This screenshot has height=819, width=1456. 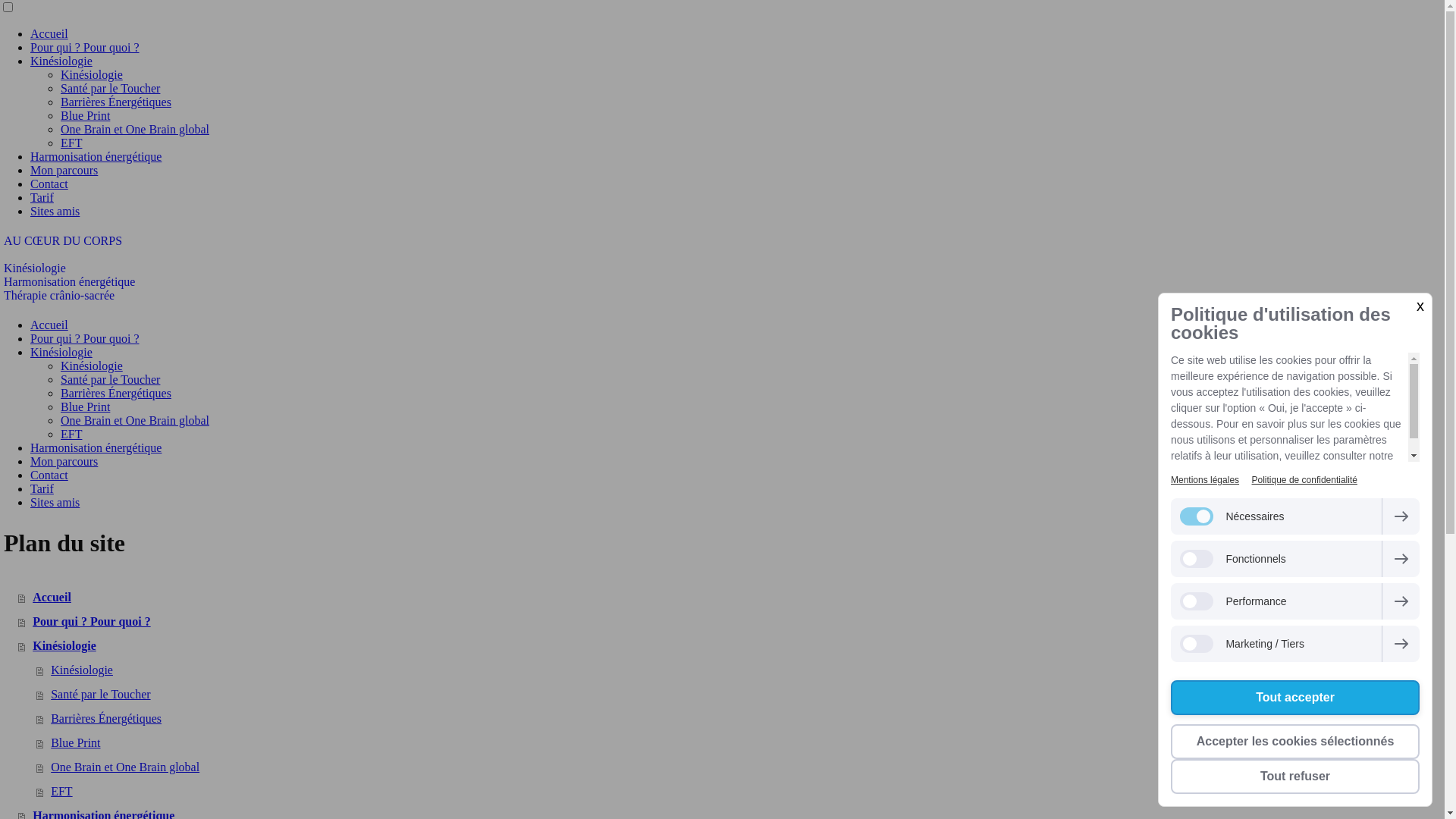 What do you see at coordinates (61, 143) in the screenshot?
I see `'EFT'` at bounding box center [61, 143].